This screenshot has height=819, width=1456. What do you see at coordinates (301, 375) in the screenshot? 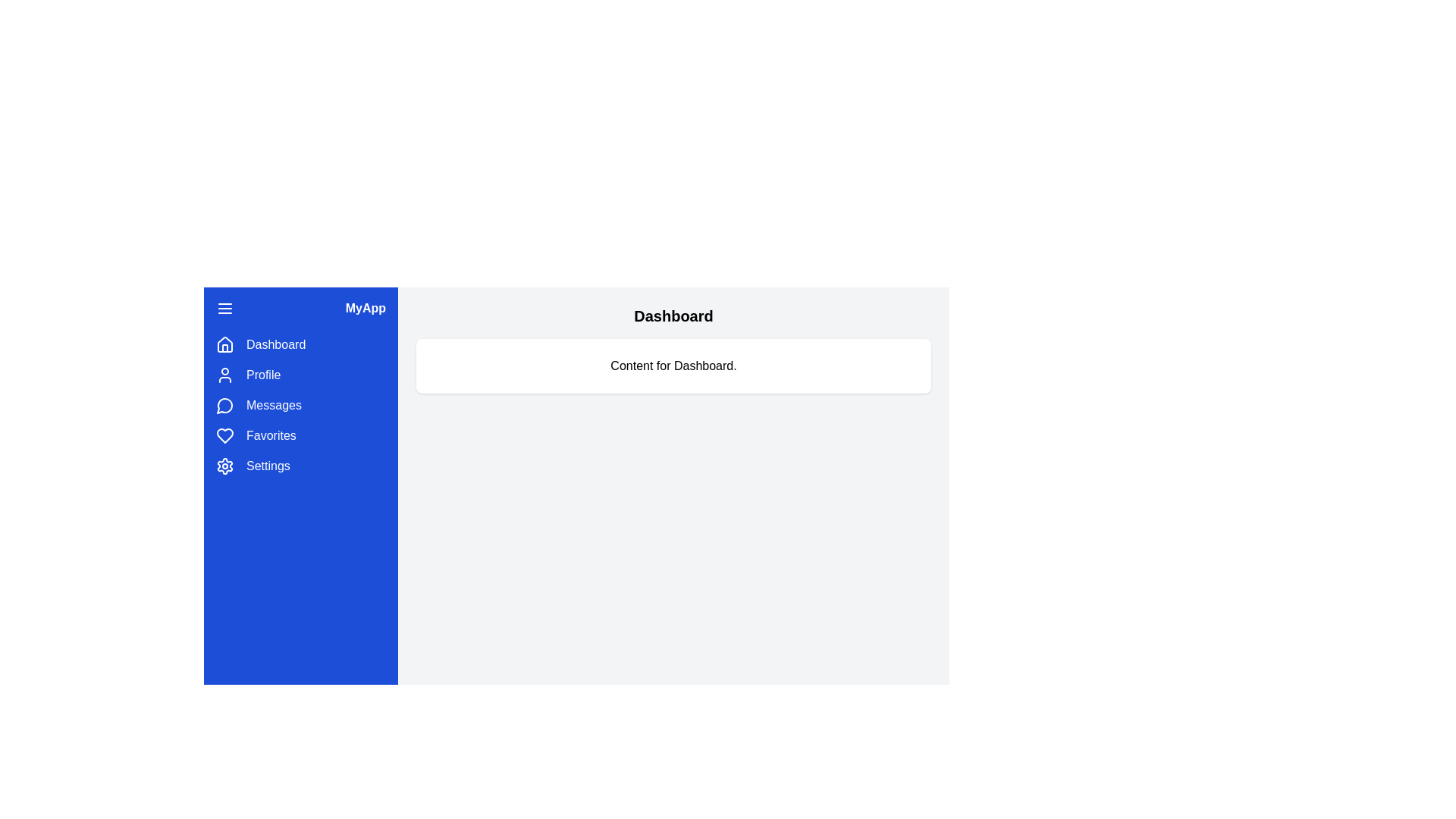
I see `the second item in the navigation menu, which links to the profile section of the application` at bounding box center [301, 375].